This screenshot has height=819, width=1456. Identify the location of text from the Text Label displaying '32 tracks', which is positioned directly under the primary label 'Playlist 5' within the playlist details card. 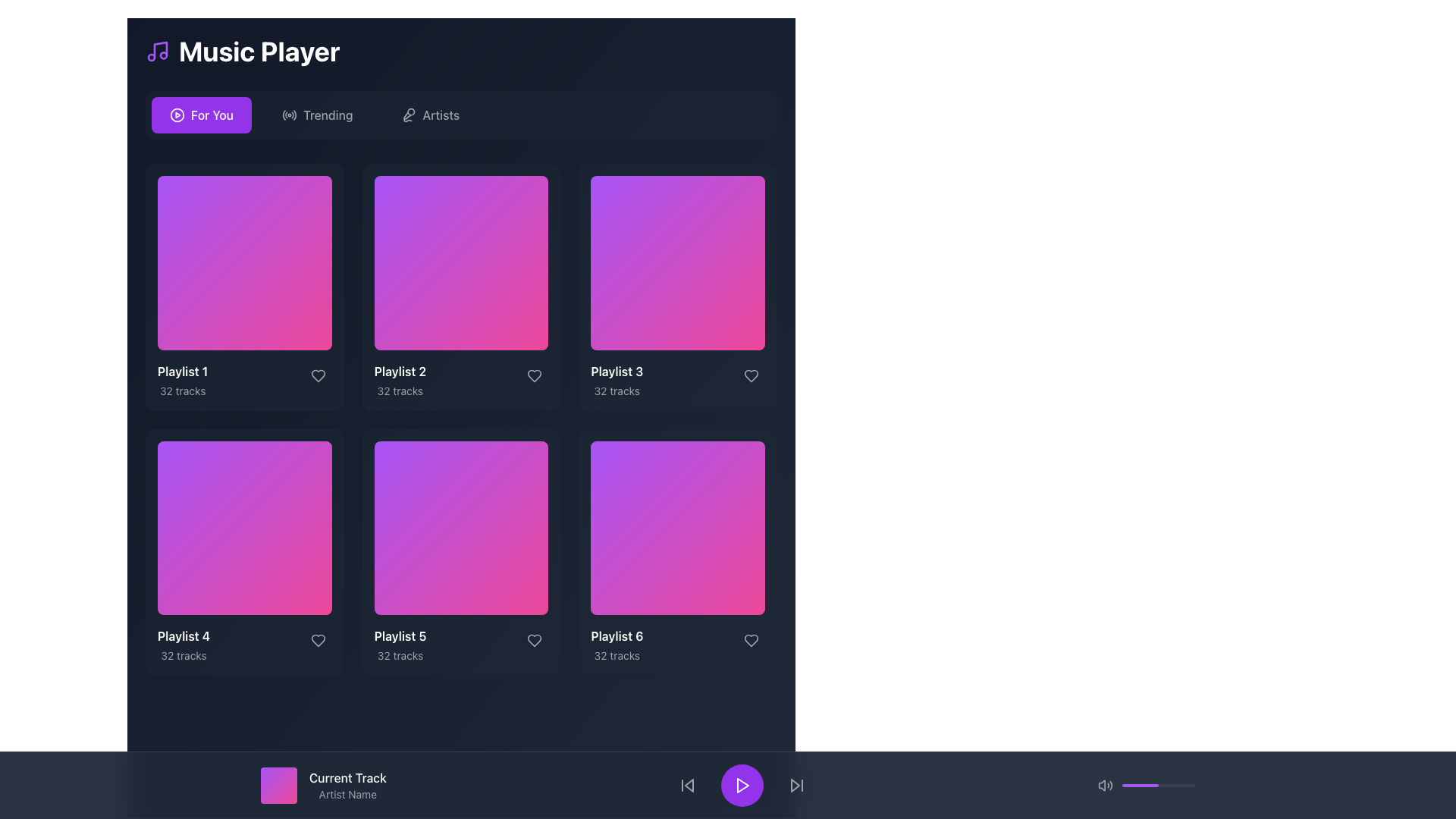
(400, 655).